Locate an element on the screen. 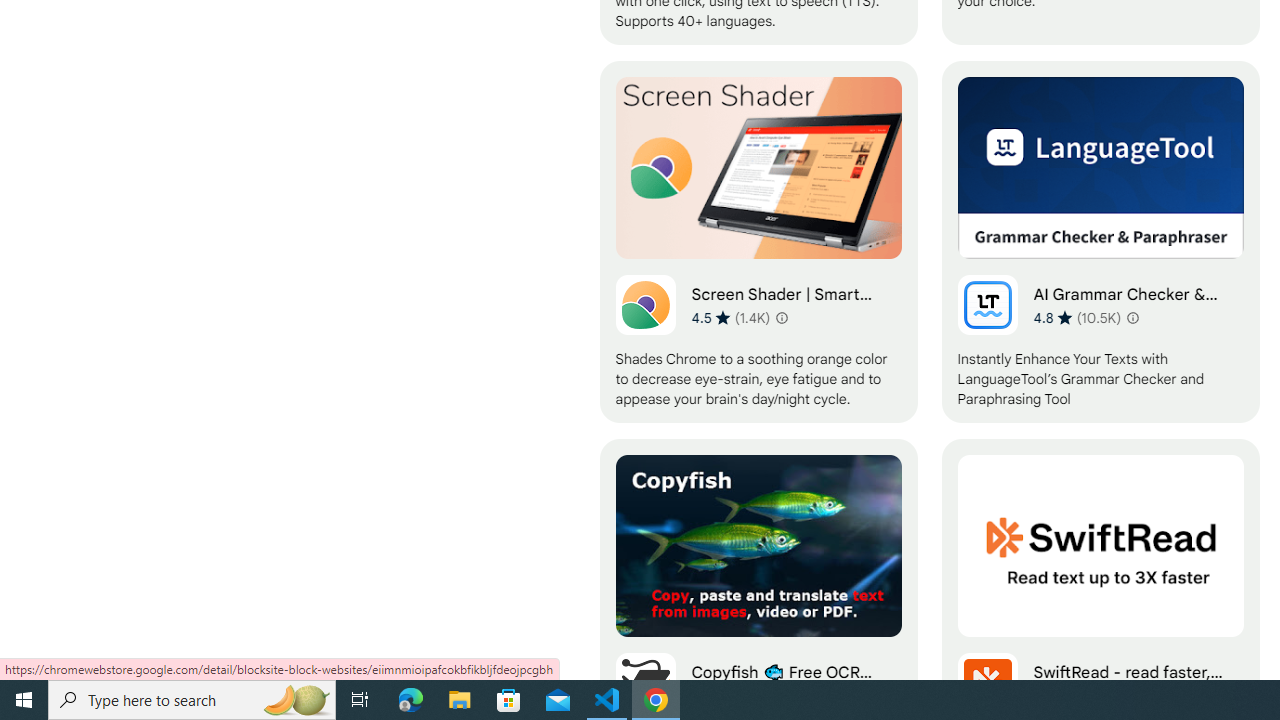  'Screen Shader | Smart Screen Tinting' is located at coordinates (757, 241).